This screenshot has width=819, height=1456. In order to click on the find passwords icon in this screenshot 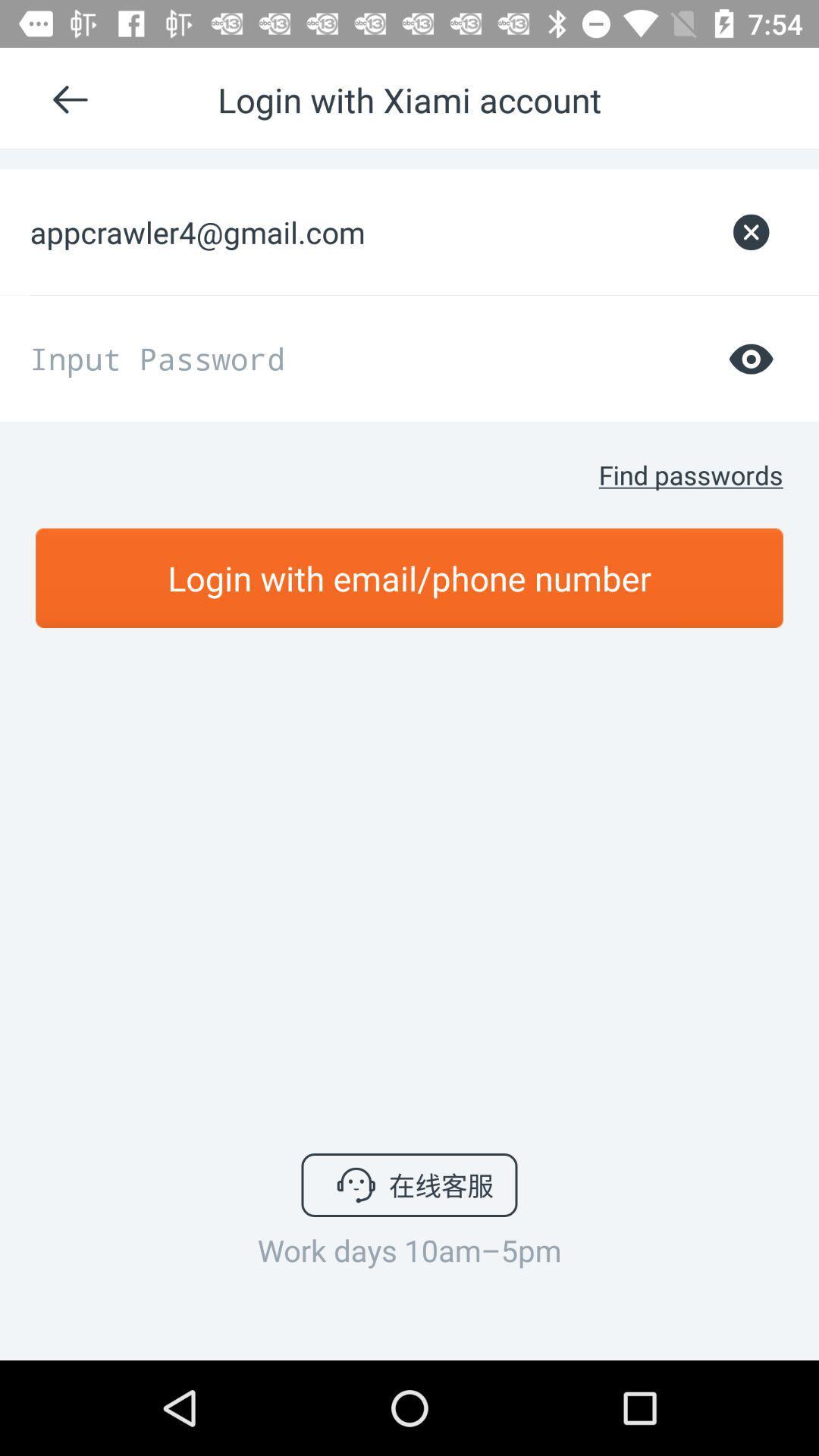, I will do `click(691, 474)`.